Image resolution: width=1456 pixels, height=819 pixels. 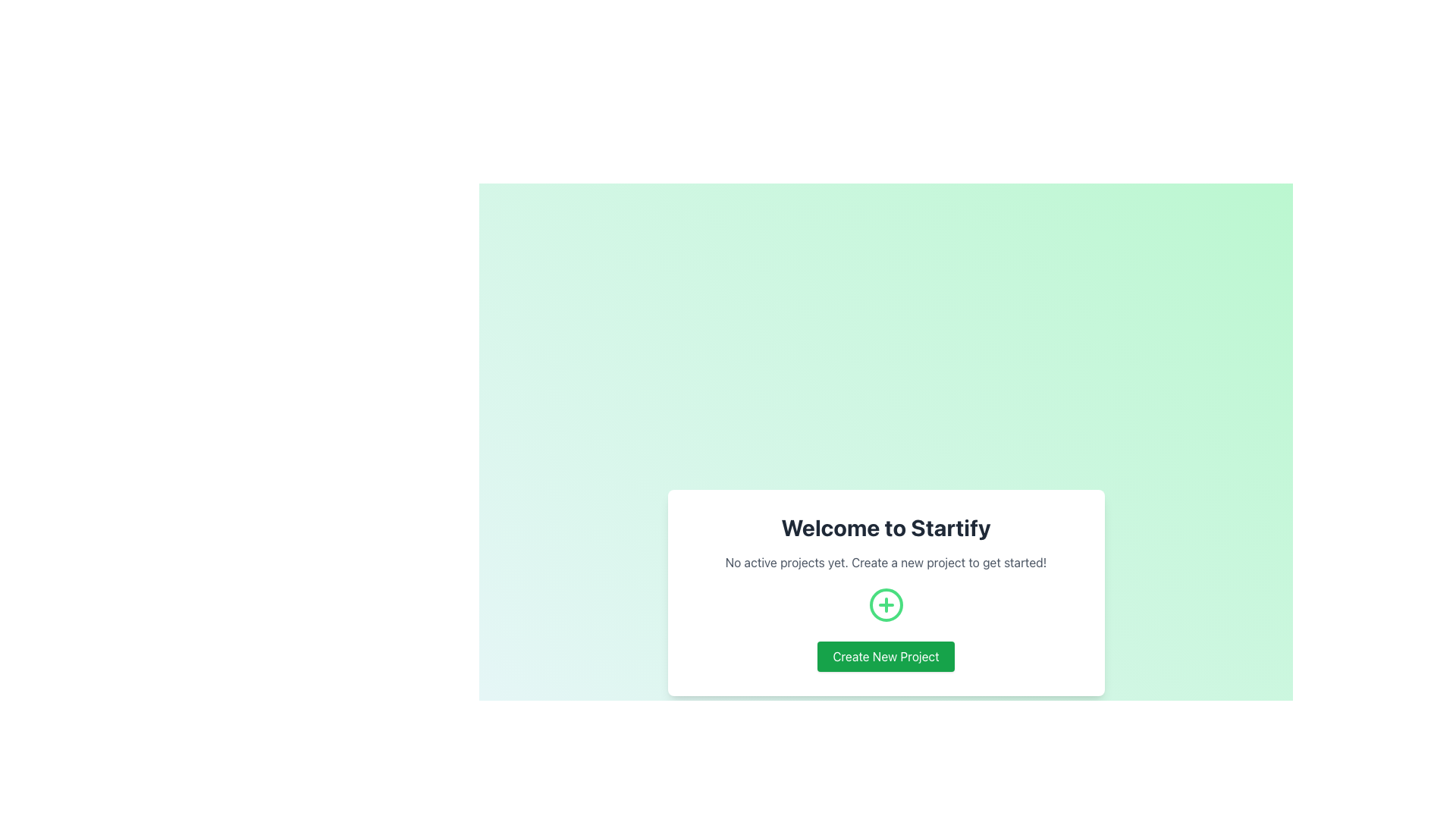 What do you see at coordinates (886, 562) in the screenshot?
I see `the static text element displaying the message 'No active projects yet. Create a new project to get started!' which is located beneath the header 'Welcome to Startify'` at bounding box center [886, 562].